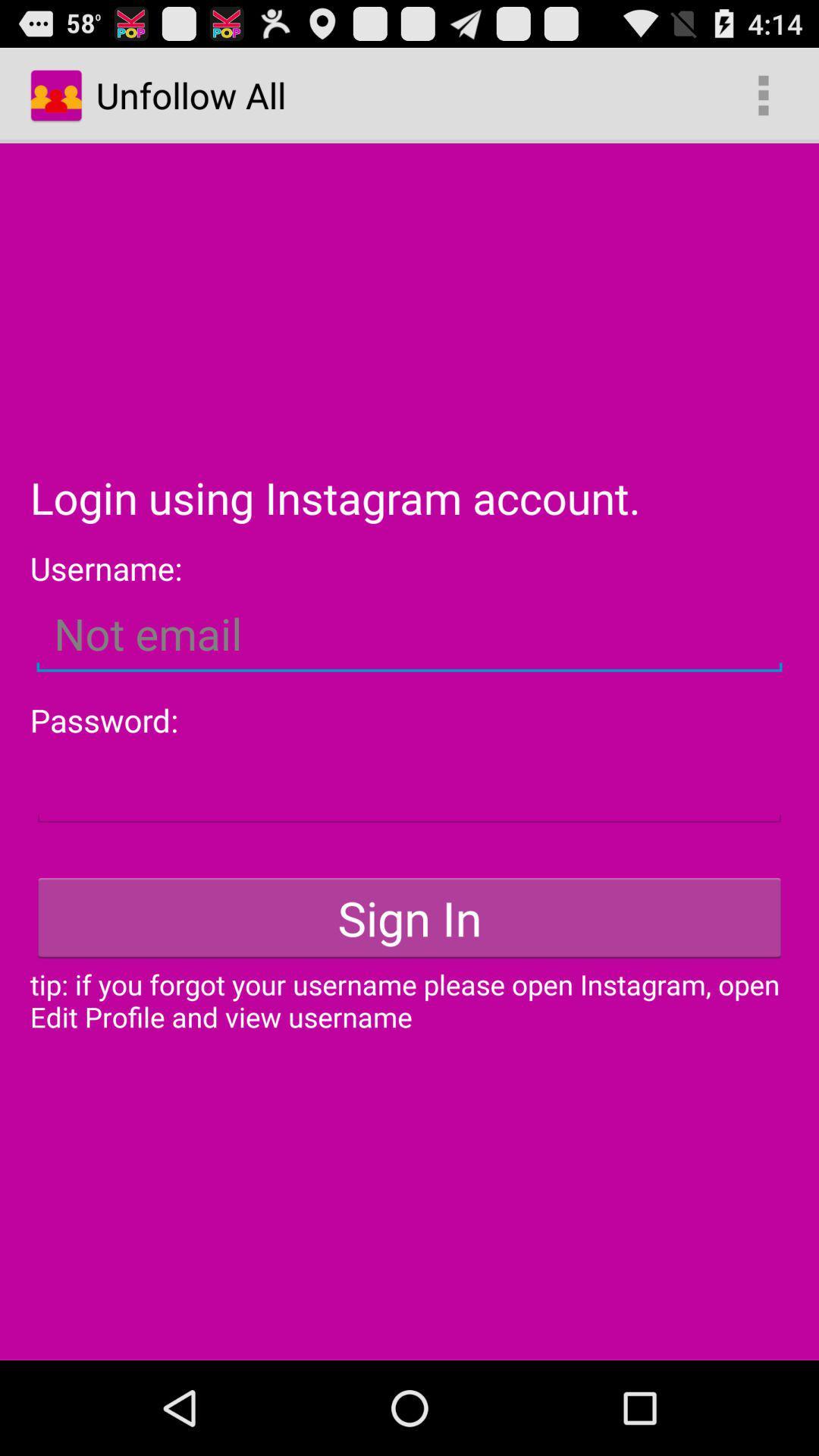  I want to click on app above the tip if you icon, so click(409, 917).